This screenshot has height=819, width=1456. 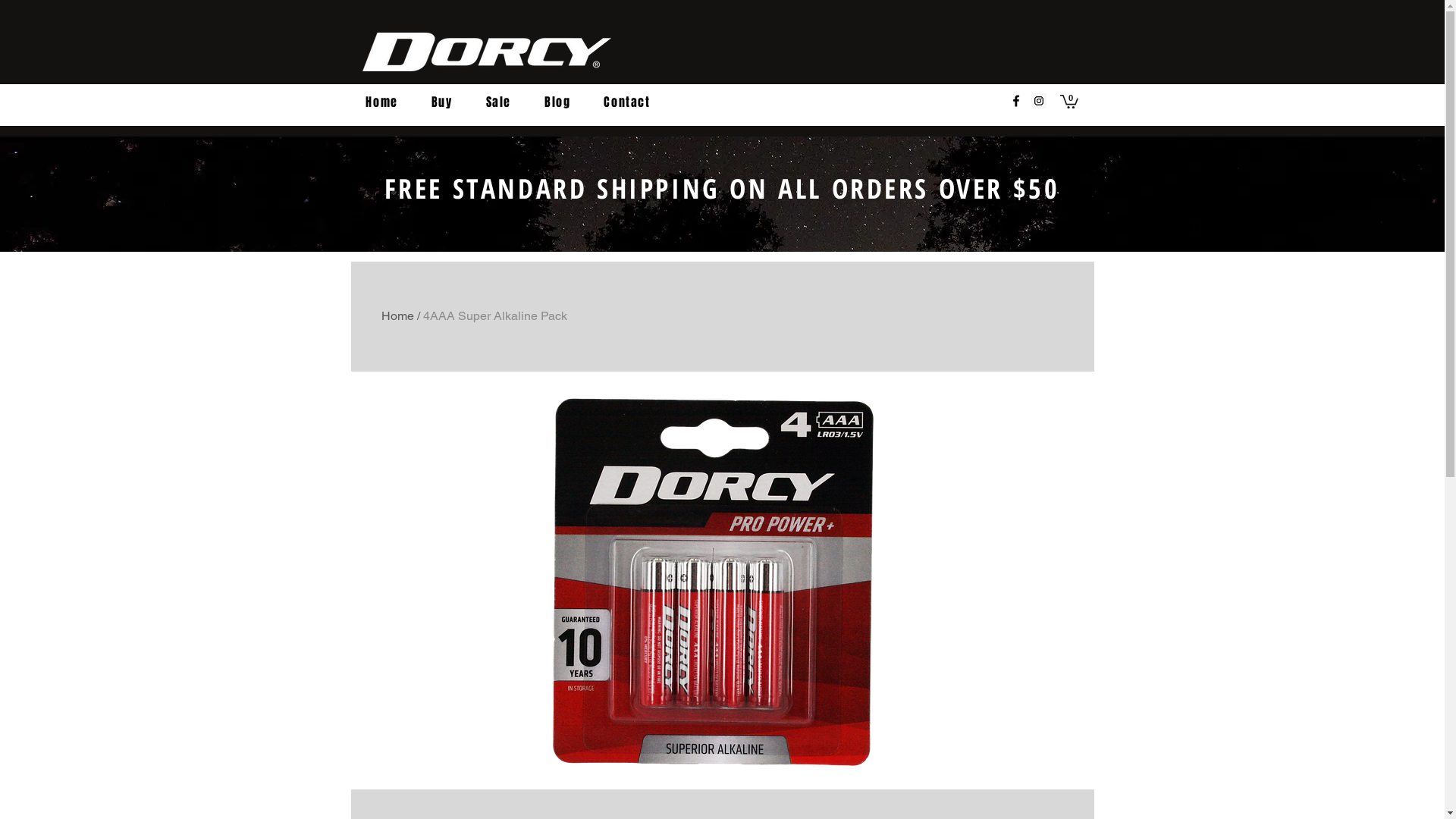 I want to click on 'Blog', so click(x=556, y=102).